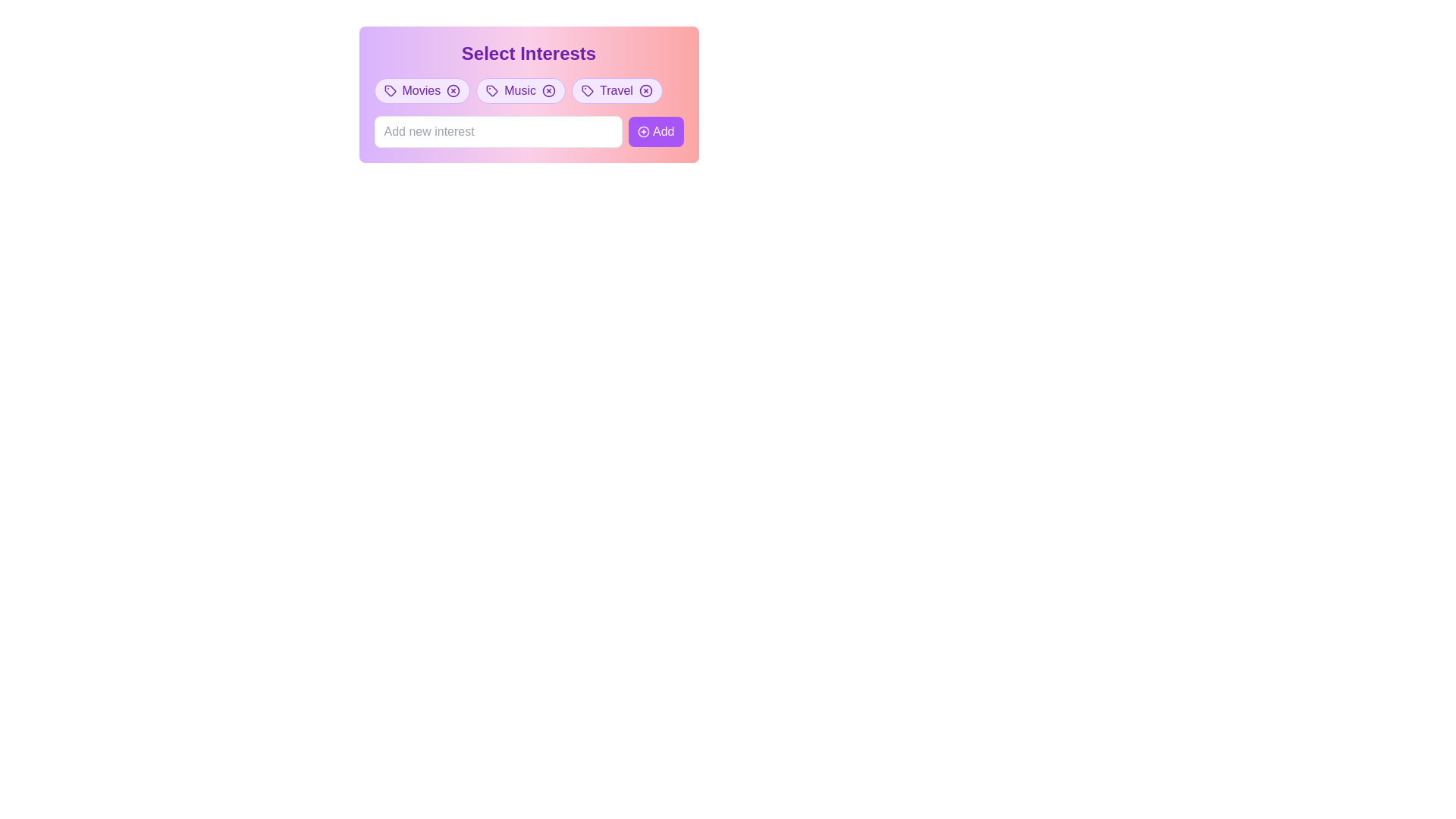 The height and width of the screenshot is (819, 1456). What do you see at coordinates (548, 90) in the screenshot?
I see `the cancellation icon for the 'Music' tag, which is a circular icon with a cross, located between the 'Movies' and 'Travel' tags` at bounding box center [548, 90].